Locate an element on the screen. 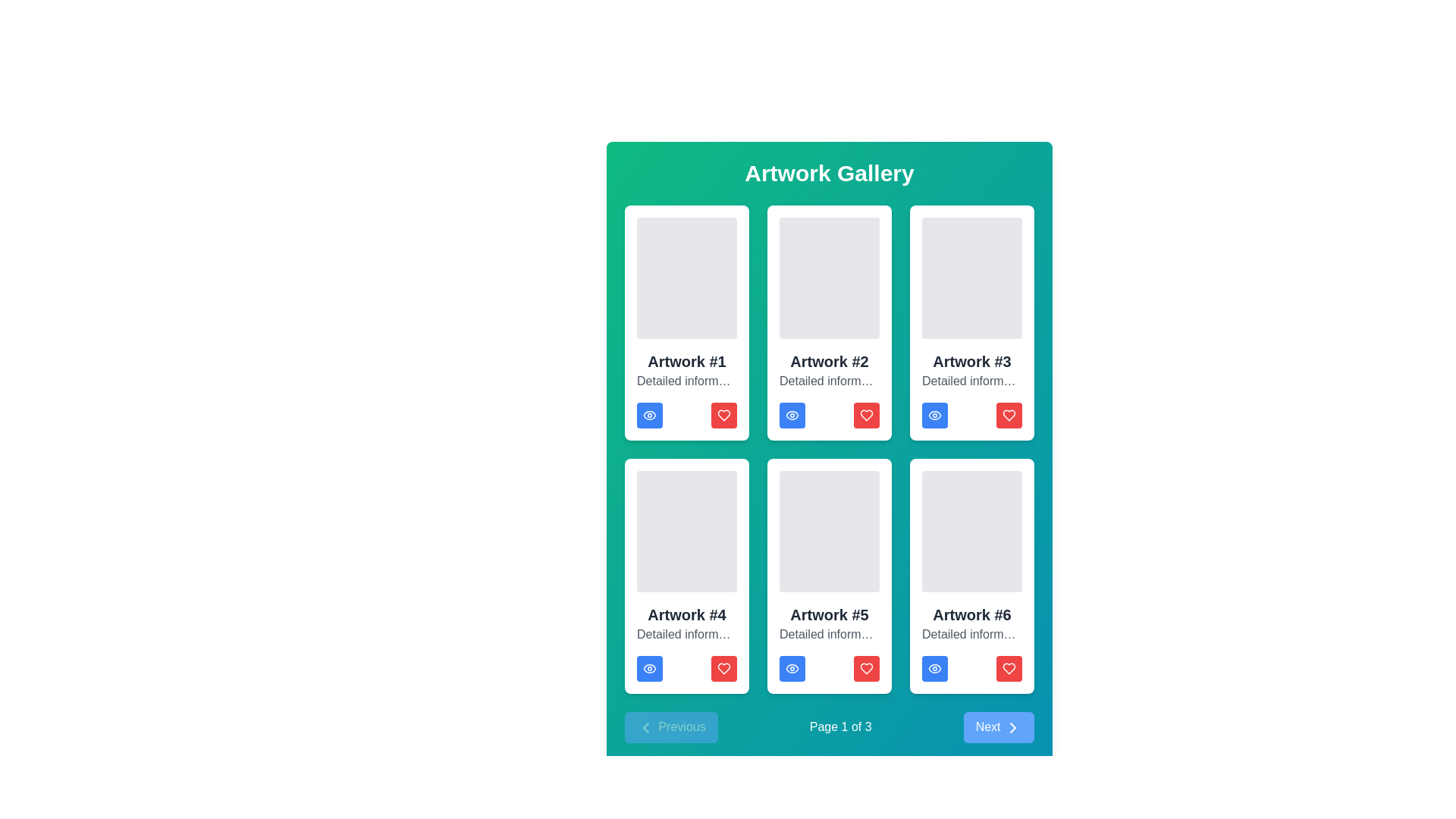  the topmost rectangular placeholder area with a light gray background and rounded corners within the card titled 'Artwork #1' is located at coordinates (686, 278).